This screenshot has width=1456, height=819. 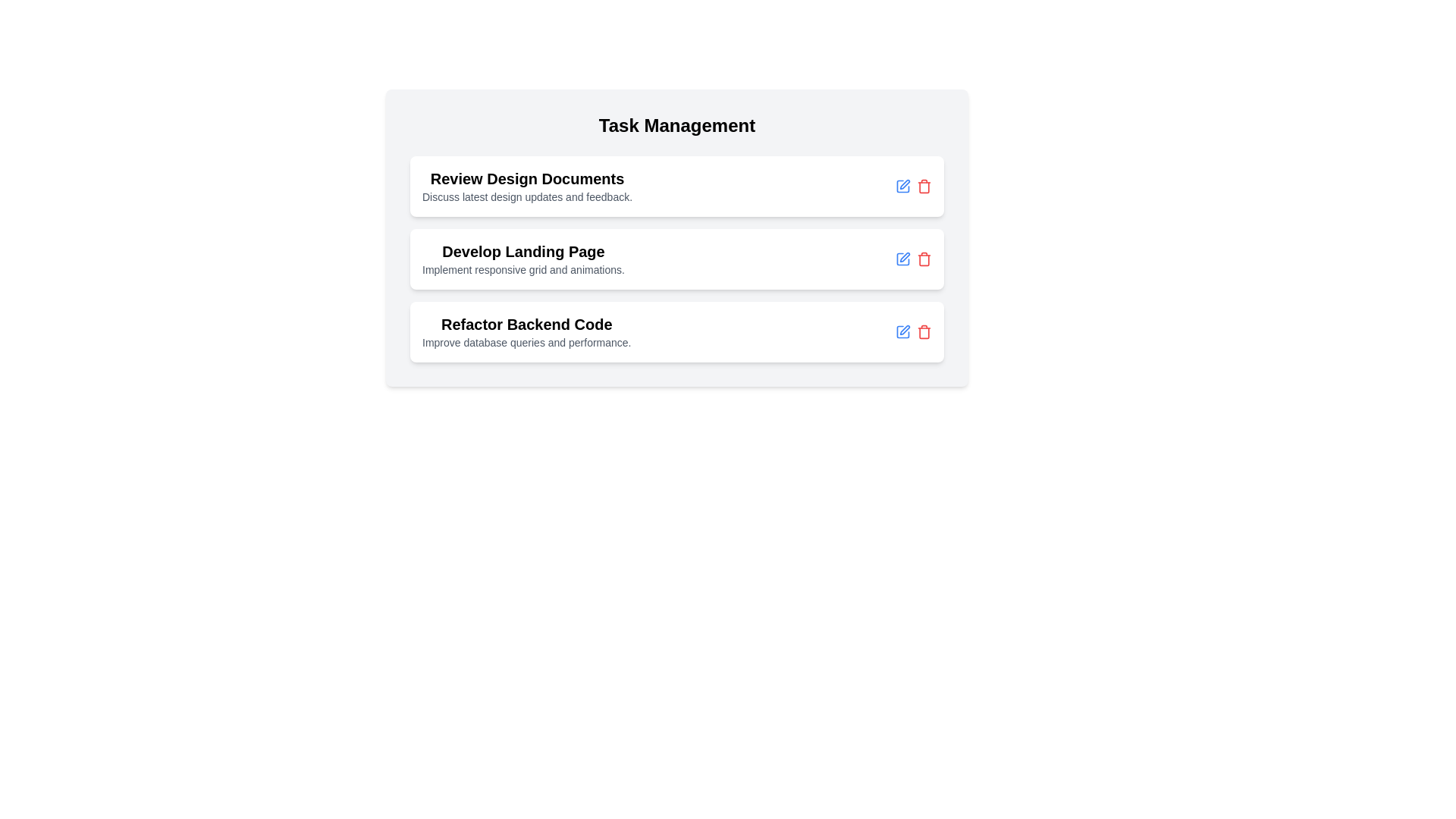 What do you see at coordinates (527, 196) in the screenshot?
I see `the text label displaying 'Discuss latest design updates and feedback.' located below the title 'Review Design Documents' in the 'Task Management' interface` at bounding box center [527, 196].